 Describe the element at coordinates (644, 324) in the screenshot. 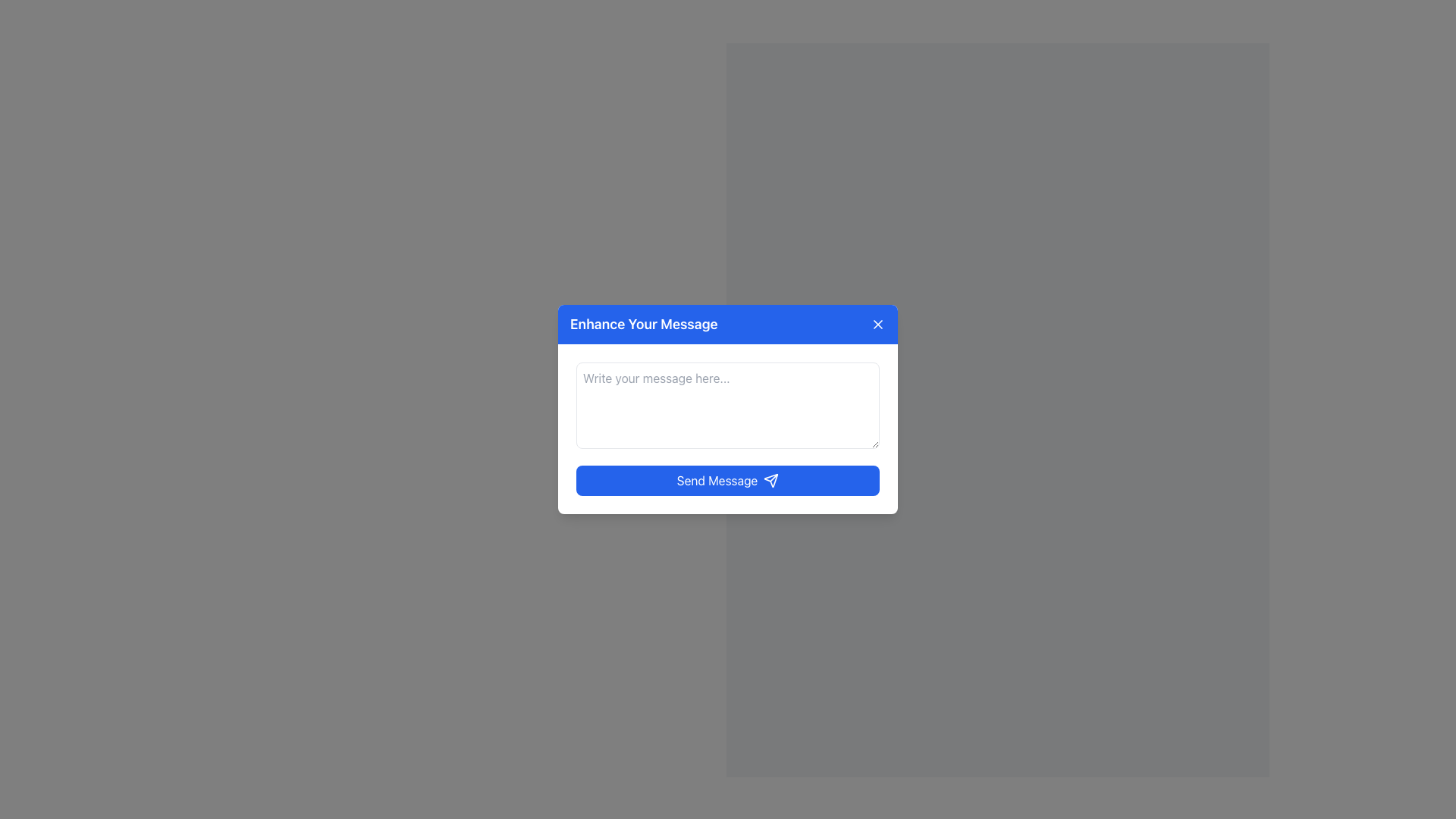

I see `text from the text label displaying 'Enhance Your Message' in a bold font on a blue background, located at the top-left corner of the modal box` at that location.